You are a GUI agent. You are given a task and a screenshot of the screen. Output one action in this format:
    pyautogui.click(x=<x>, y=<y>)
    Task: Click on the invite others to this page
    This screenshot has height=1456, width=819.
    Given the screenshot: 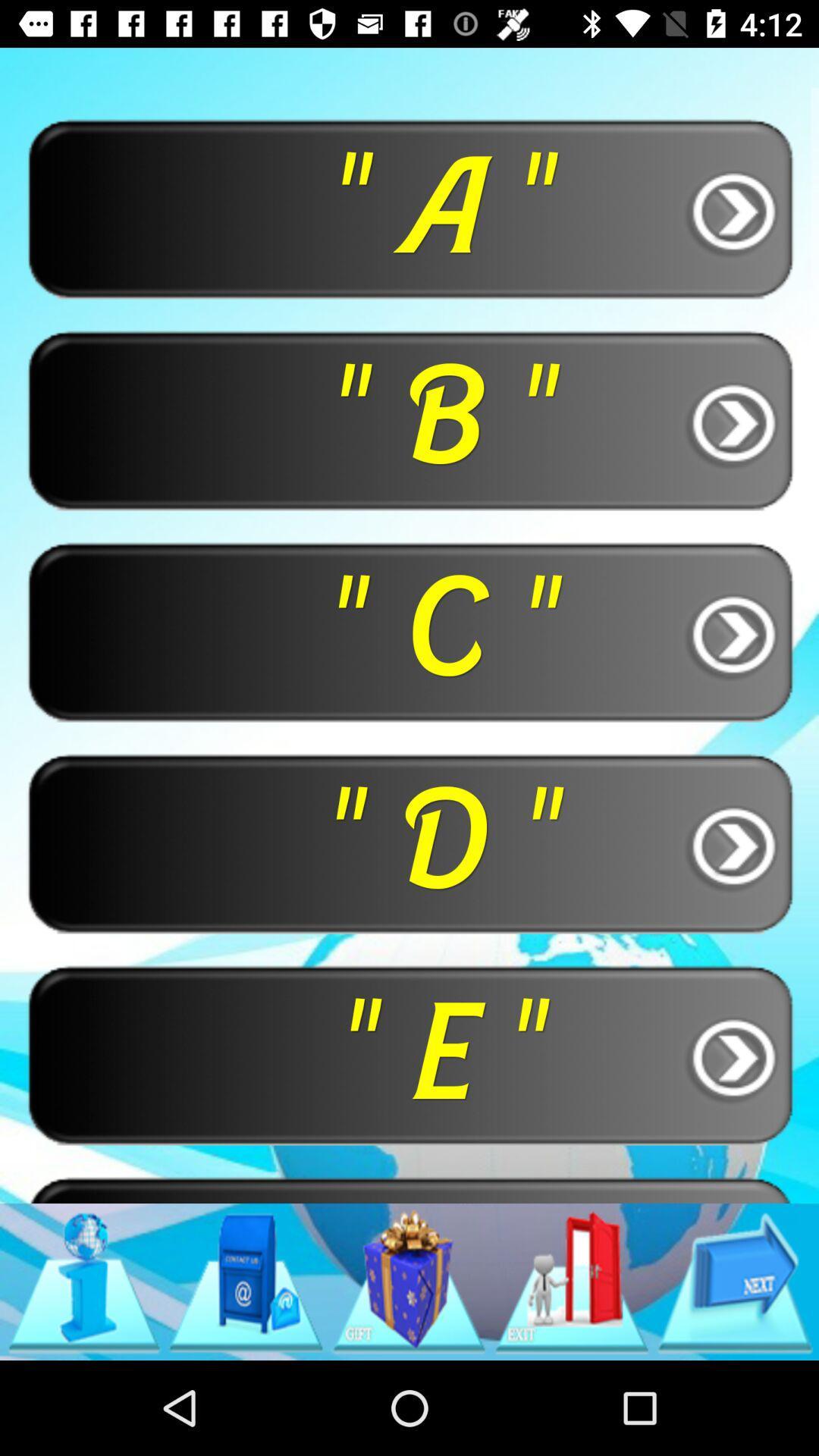 What is the action you would take?
    pyautogui.click(x=572, y=1281)
    